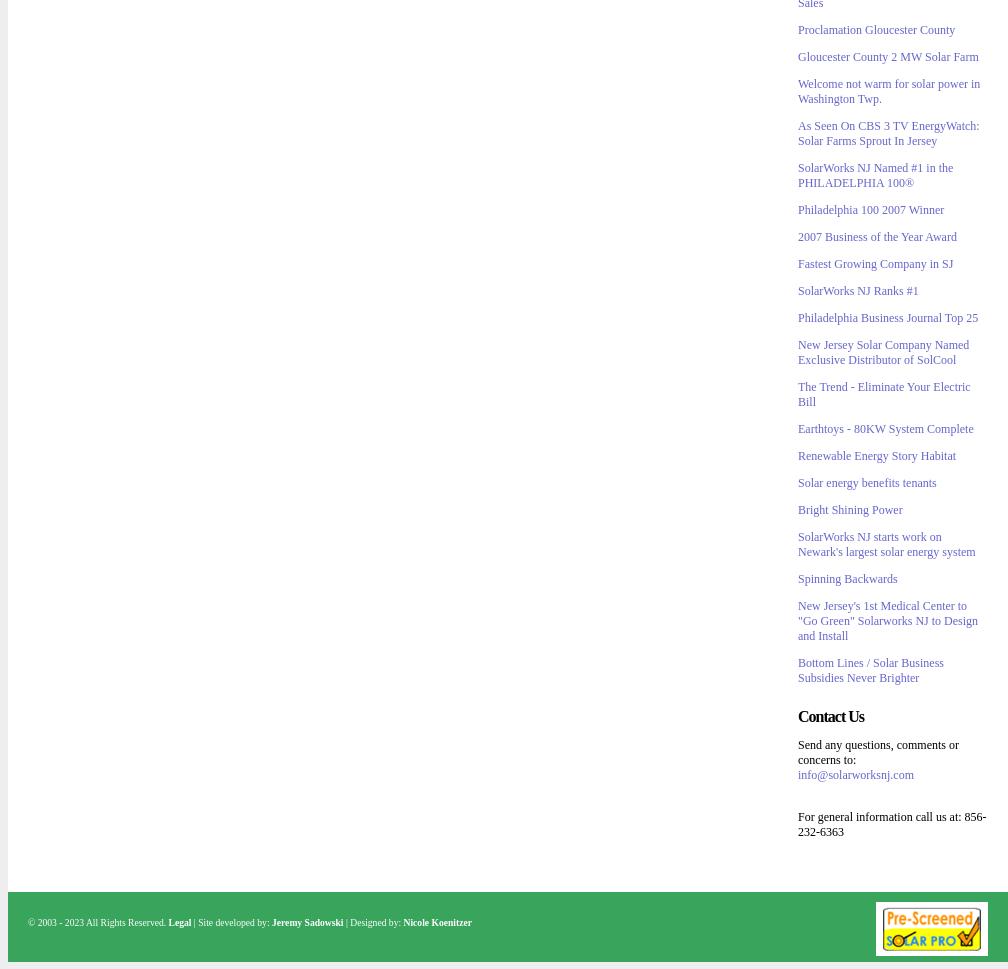 This screenshot has height=969, width=1008. Describe the element at coordinates (871, 209) in the screenshot. I see `'Philadelphia 100 2007 Winner'` at that location.